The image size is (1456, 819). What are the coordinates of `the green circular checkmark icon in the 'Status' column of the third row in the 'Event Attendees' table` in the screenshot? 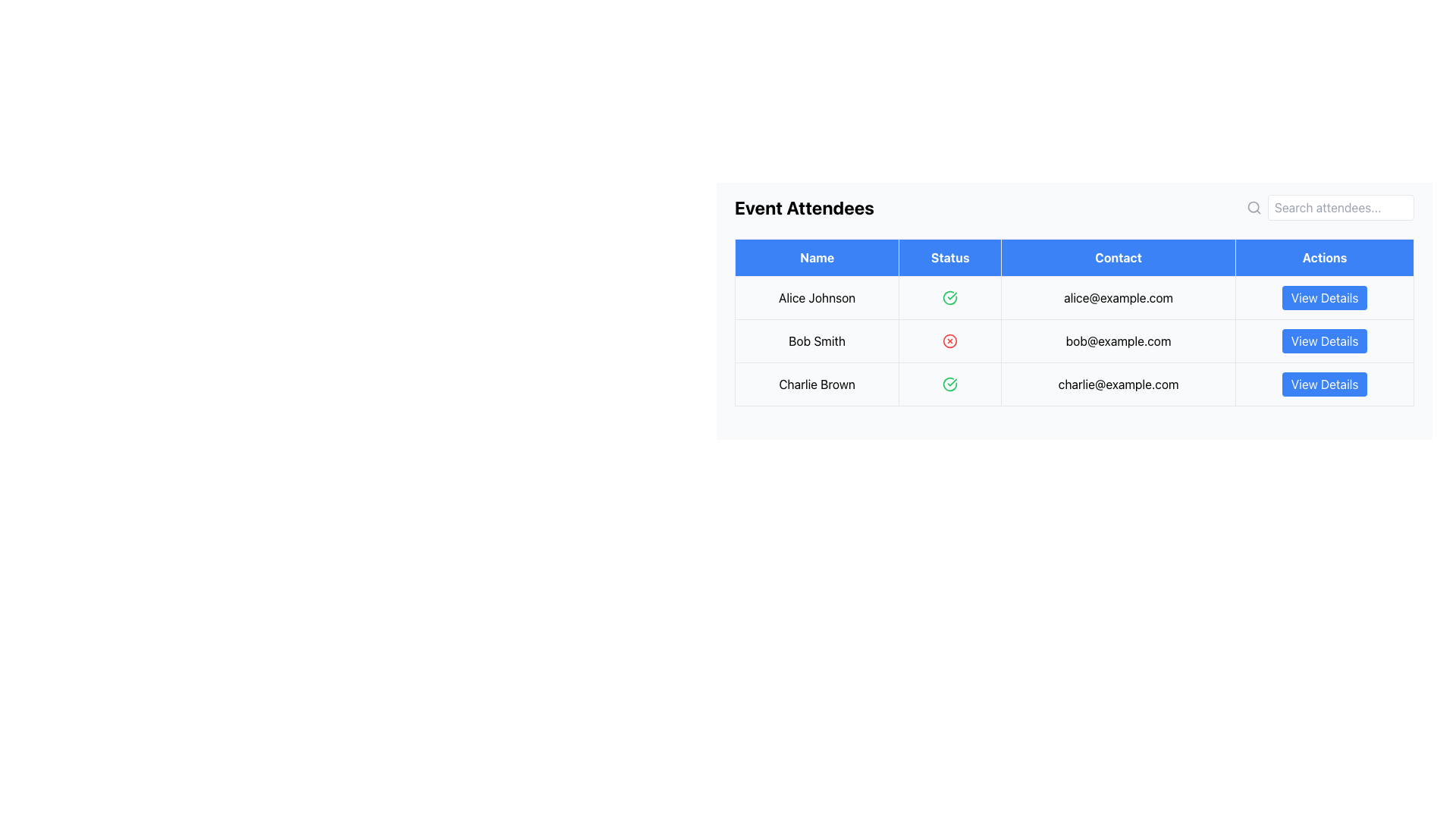 It's located at (949, 383).